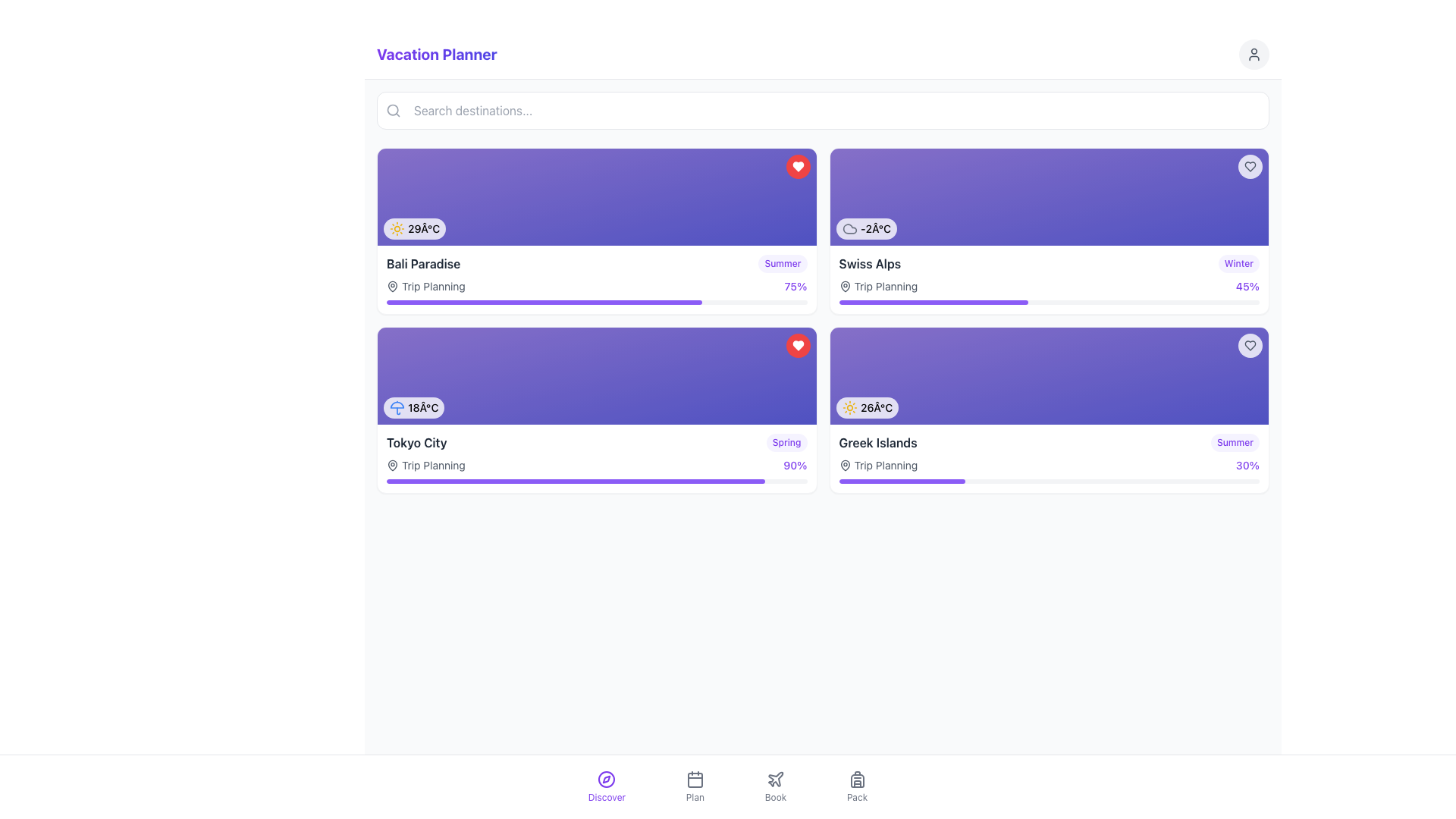  Describe the element at coordinates (867, 406) in the screenshot. I see `the displayed temperature and sun icon information in the bottom-left corner of the 'Greek Islands' card` at that location.